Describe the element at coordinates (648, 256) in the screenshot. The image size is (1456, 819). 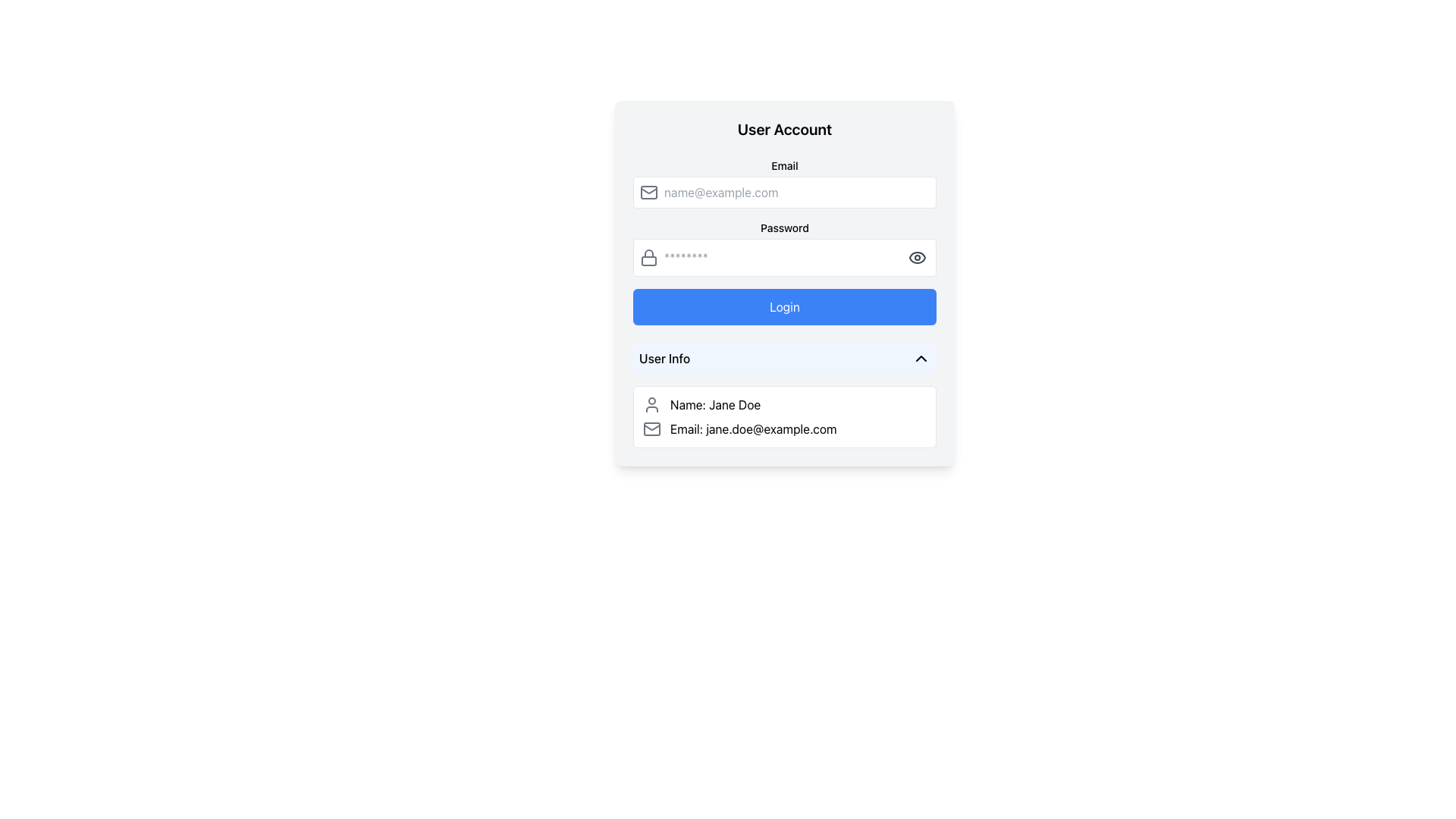
I see `the gray lock icon with a rounded outline and a keyhole, located to the immediate left of the password input field in the login form` at that location.